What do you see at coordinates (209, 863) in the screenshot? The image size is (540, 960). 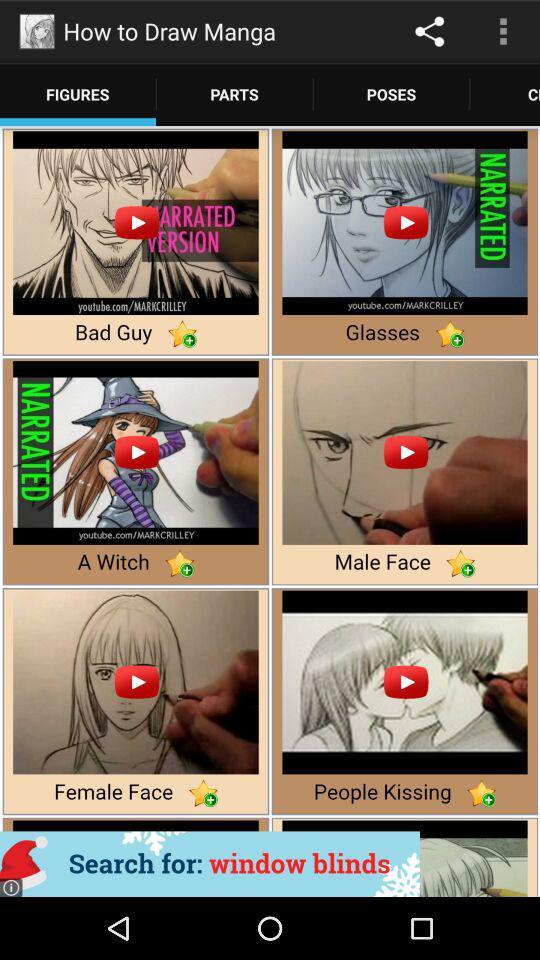 I see `advertisement` at bounding box center [209, 863].